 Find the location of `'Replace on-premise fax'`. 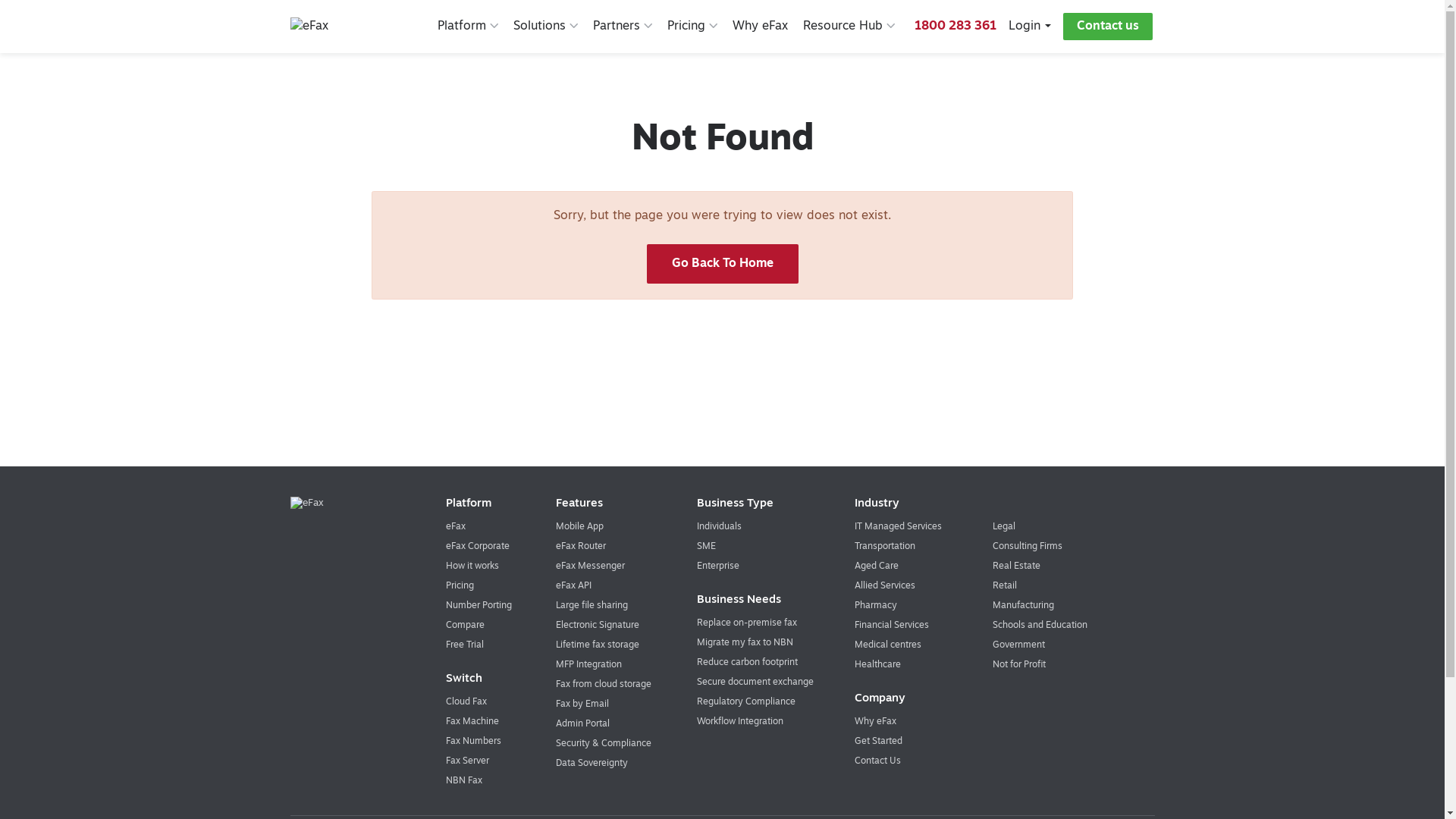

'Replace on-premise fax' is located at coordinates (746, 623).